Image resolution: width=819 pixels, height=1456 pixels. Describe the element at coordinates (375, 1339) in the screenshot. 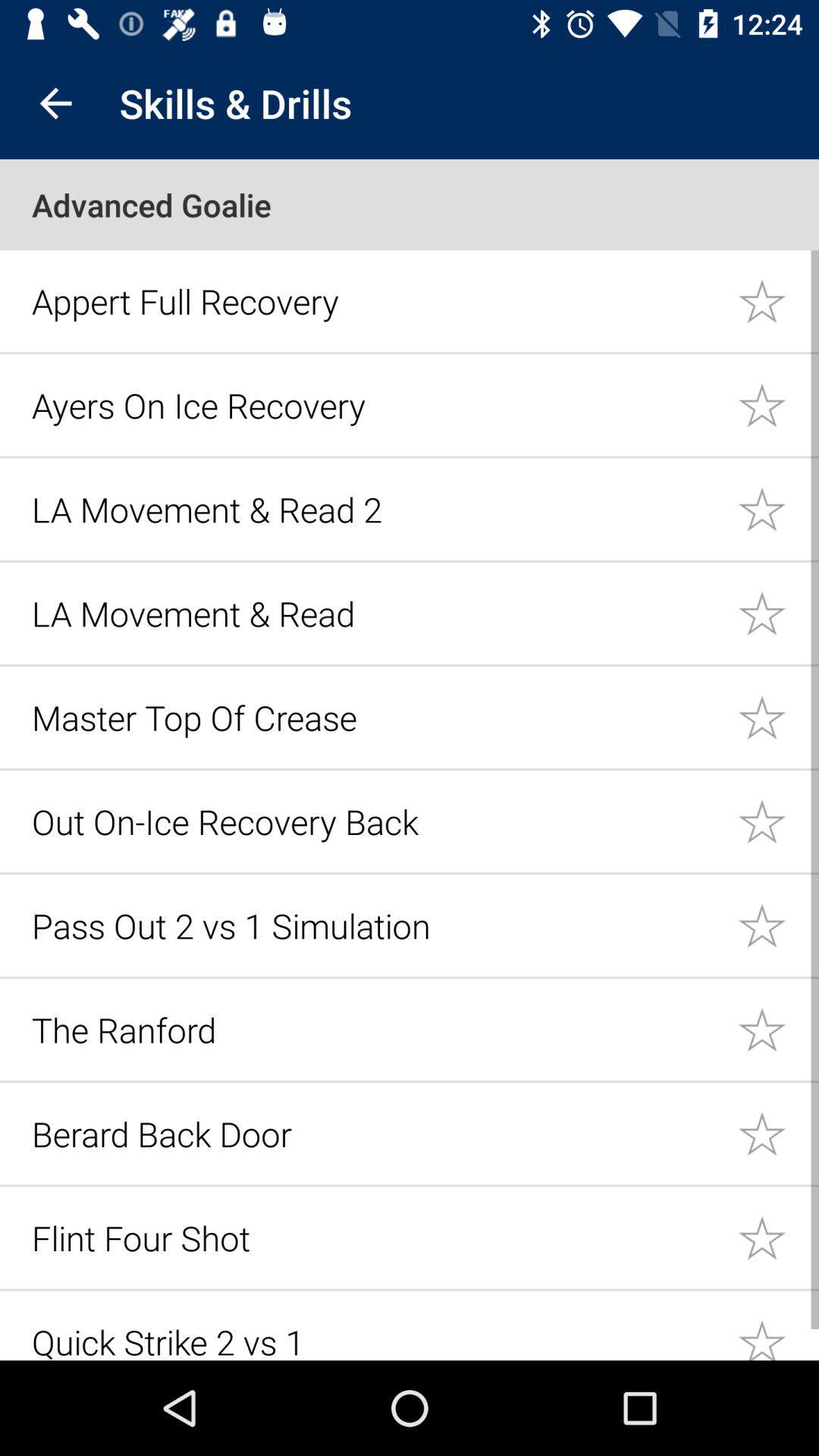

I see `icon below the flint four shot icon` at that location.